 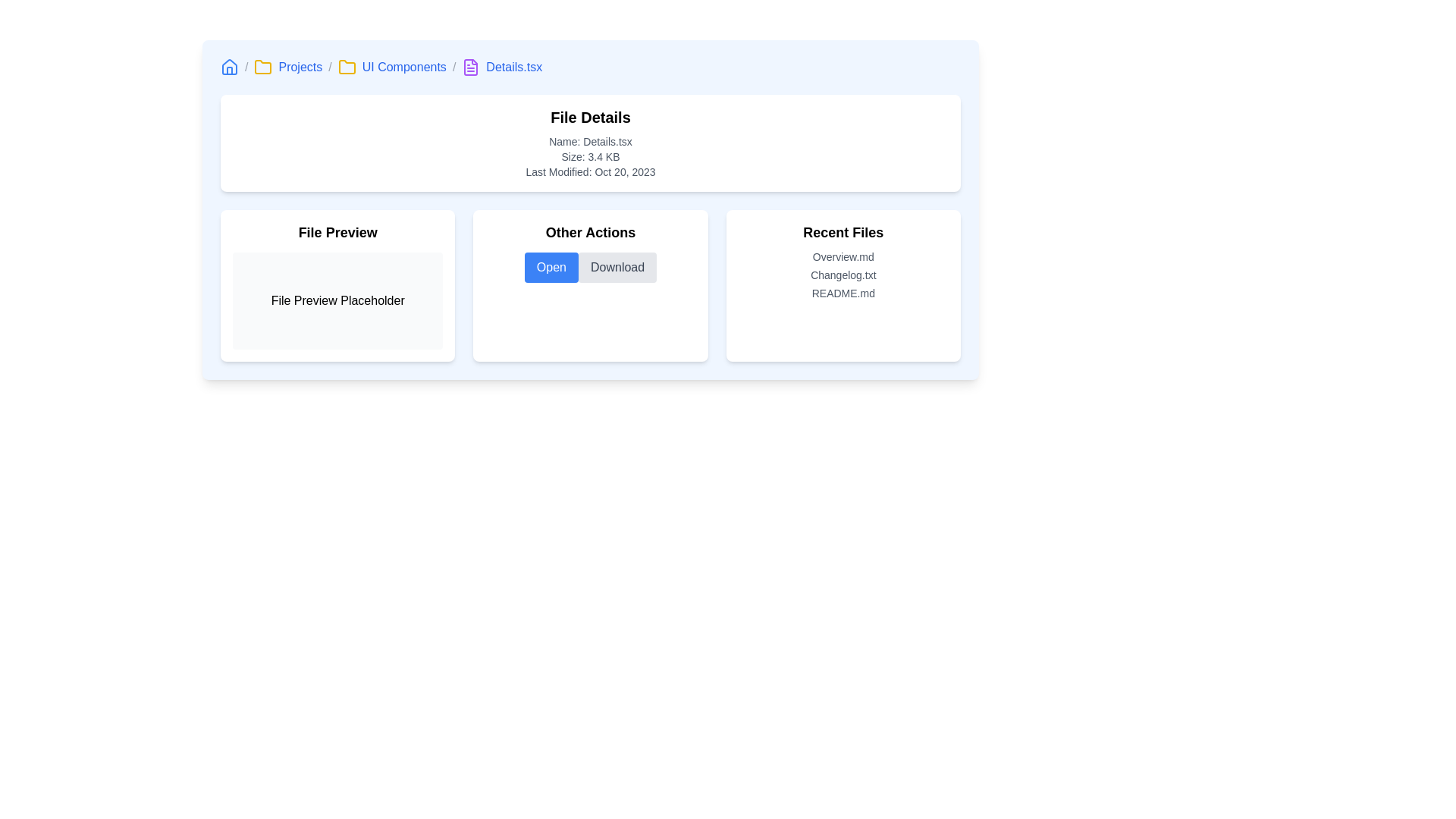 What do you see at coordinates (470, 66) in the screenshot?
I see `the icon indicating the type or nature of the item 'Details.tsx', which is located at the far right of the breadcrumb navigation bar, immediately to the right of the text 'Details.tsx'` at bounding box center [470, 66].